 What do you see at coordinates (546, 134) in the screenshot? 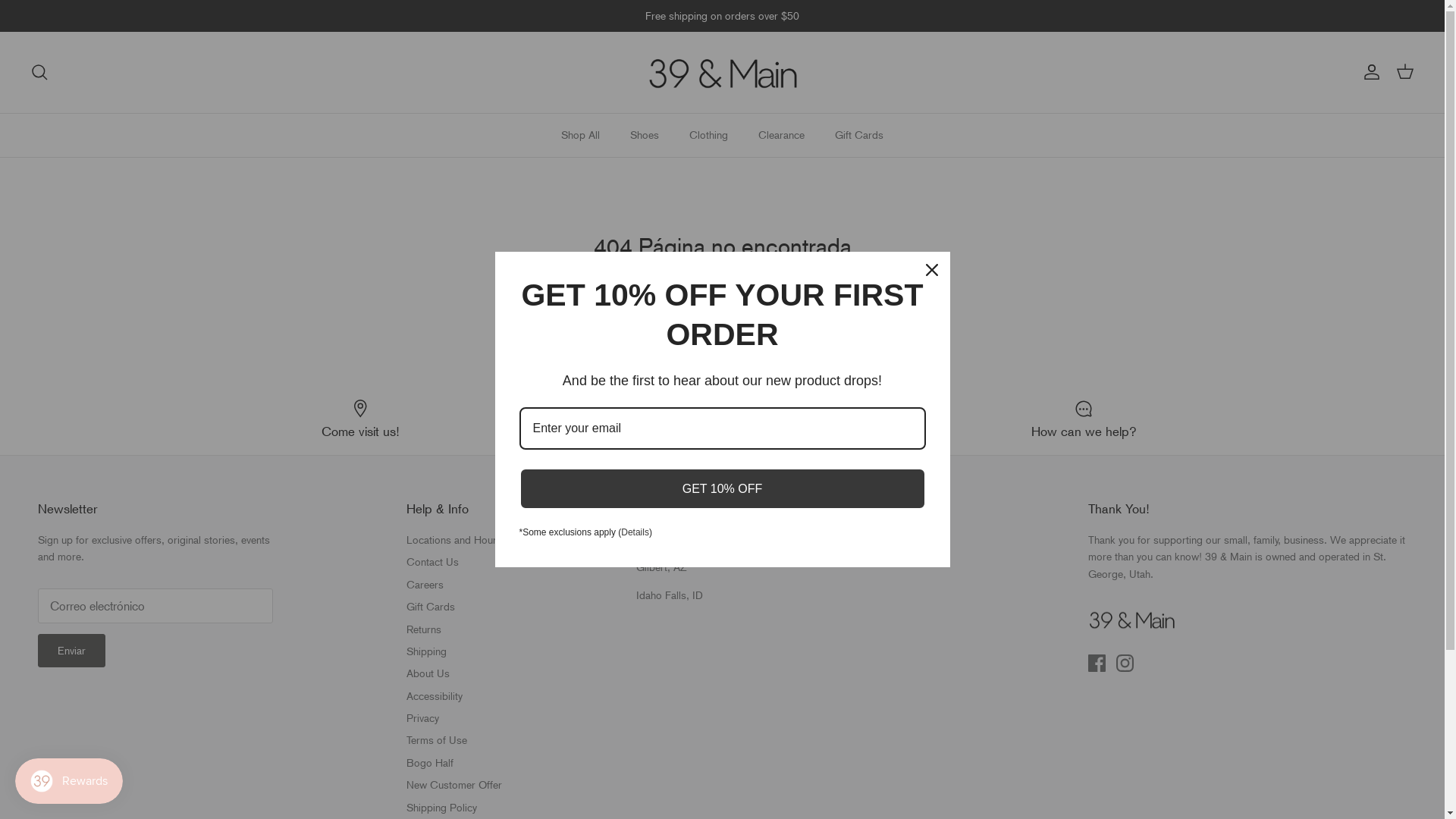
I see `'Shop All'` at bounding box center [546, 134].